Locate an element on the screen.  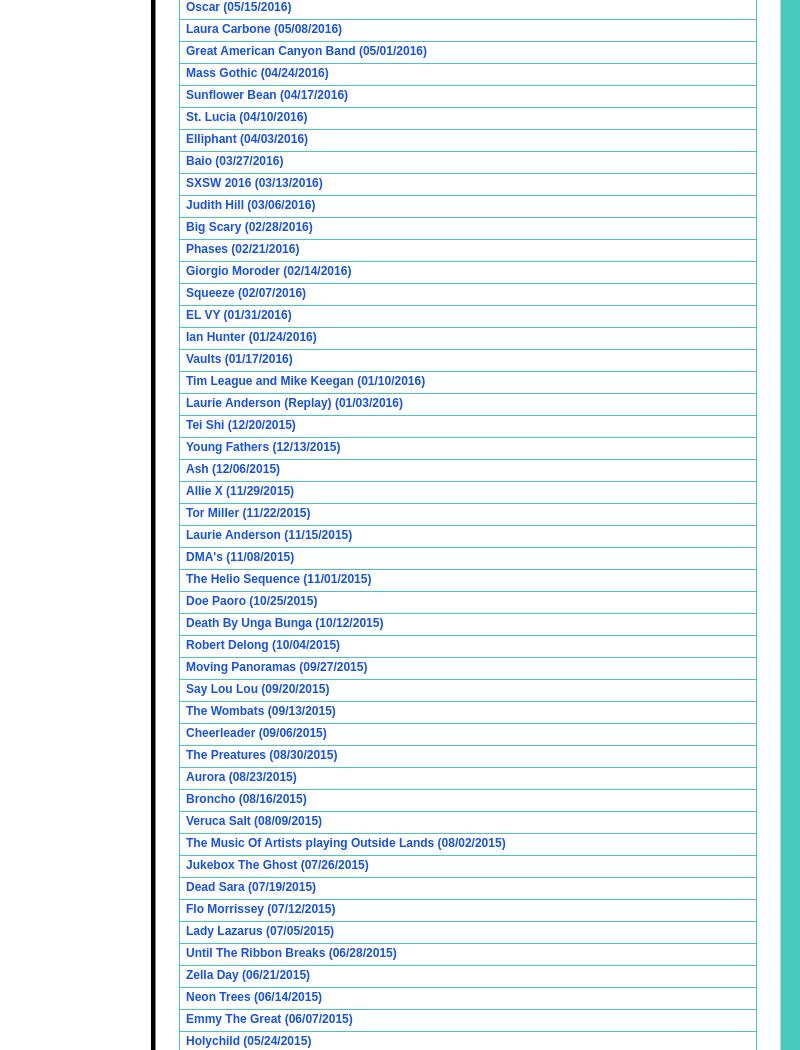
'Allie X (11/29/2015)' is located at coordinates (185, 489).